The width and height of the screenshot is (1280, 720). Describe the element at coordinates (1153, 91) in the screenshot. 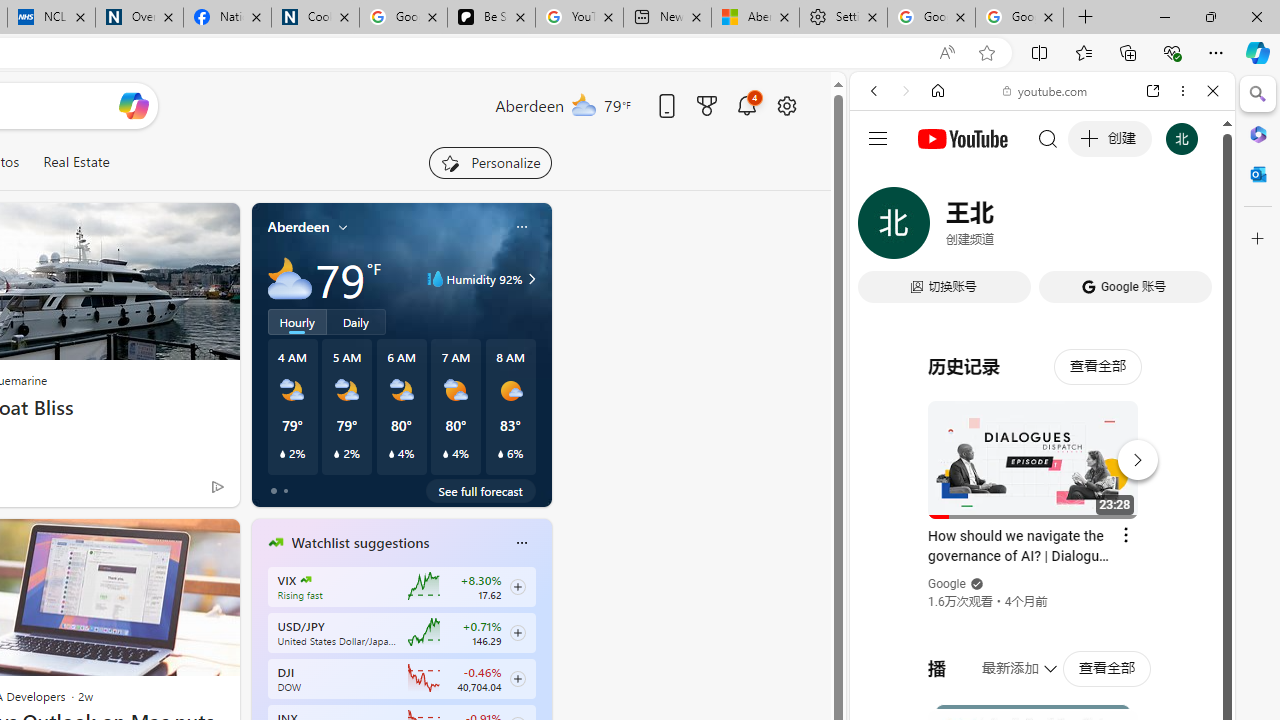

I see `'Open link in new tab'` at that location.